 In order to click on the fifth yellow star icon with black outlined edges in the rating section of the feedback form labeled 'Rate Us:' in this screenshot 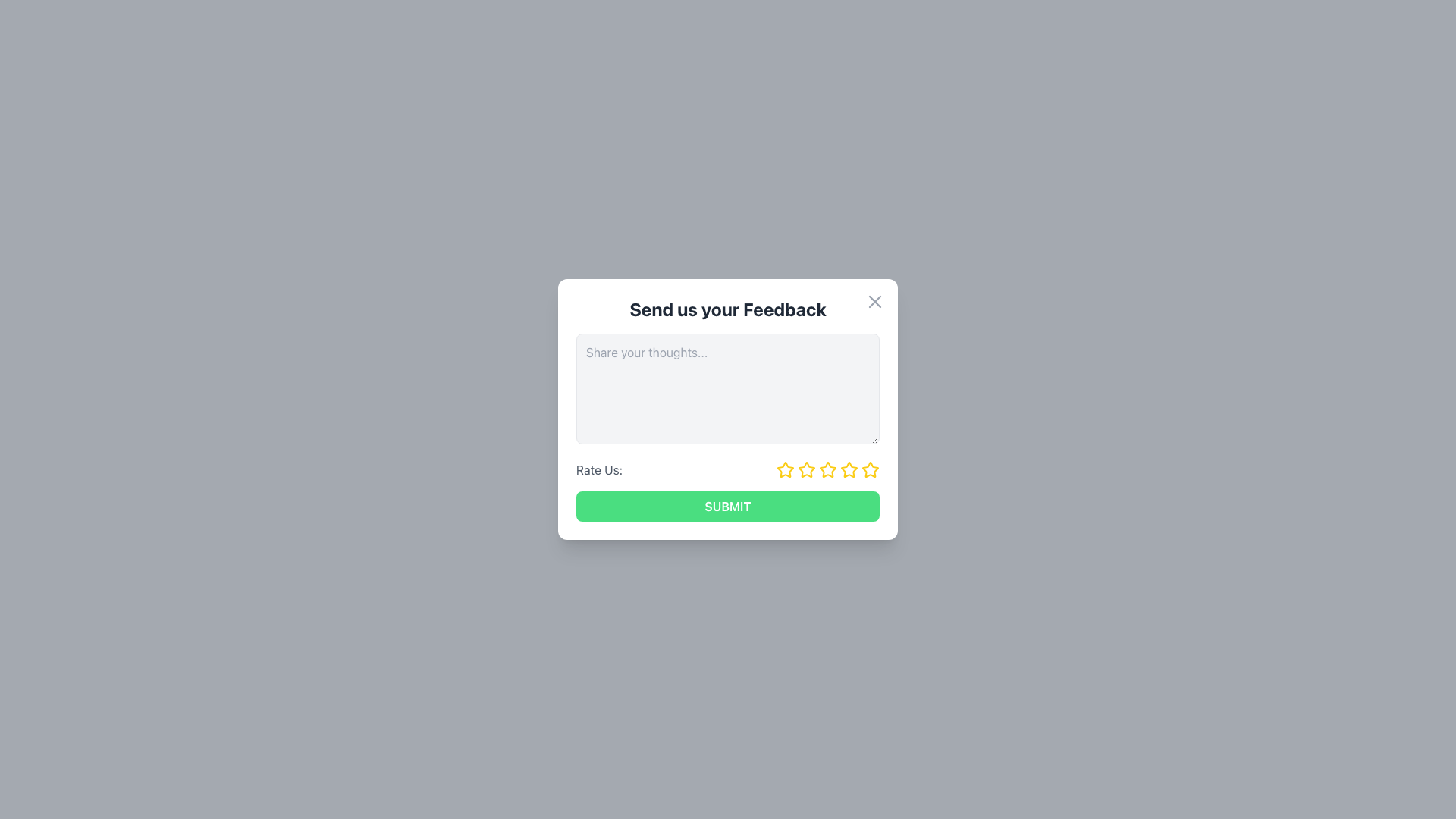, I will do `click(848, 469)`.